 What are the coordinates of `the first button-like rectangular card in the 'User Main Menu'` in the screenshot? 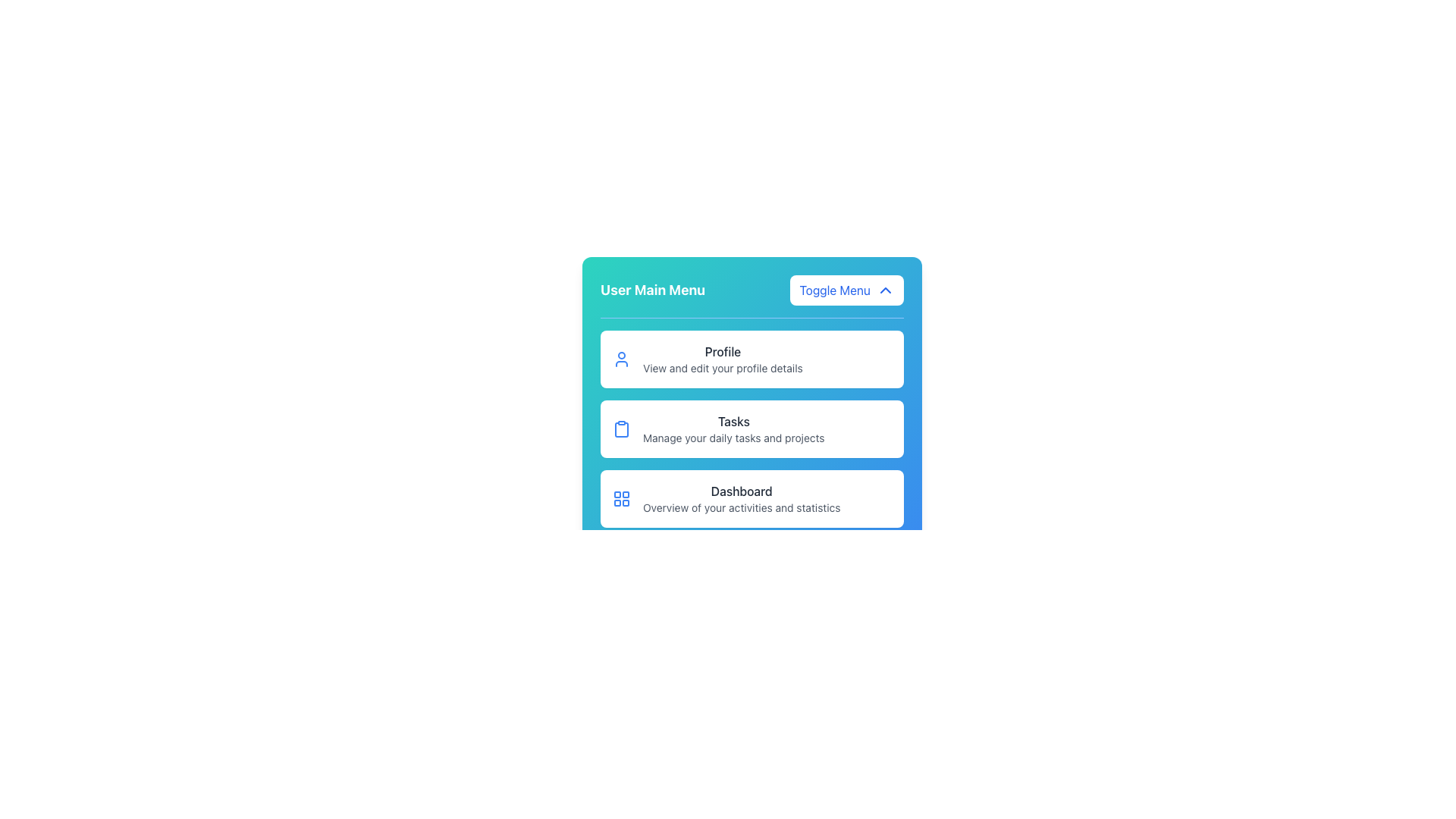 It's located at (752, 359).